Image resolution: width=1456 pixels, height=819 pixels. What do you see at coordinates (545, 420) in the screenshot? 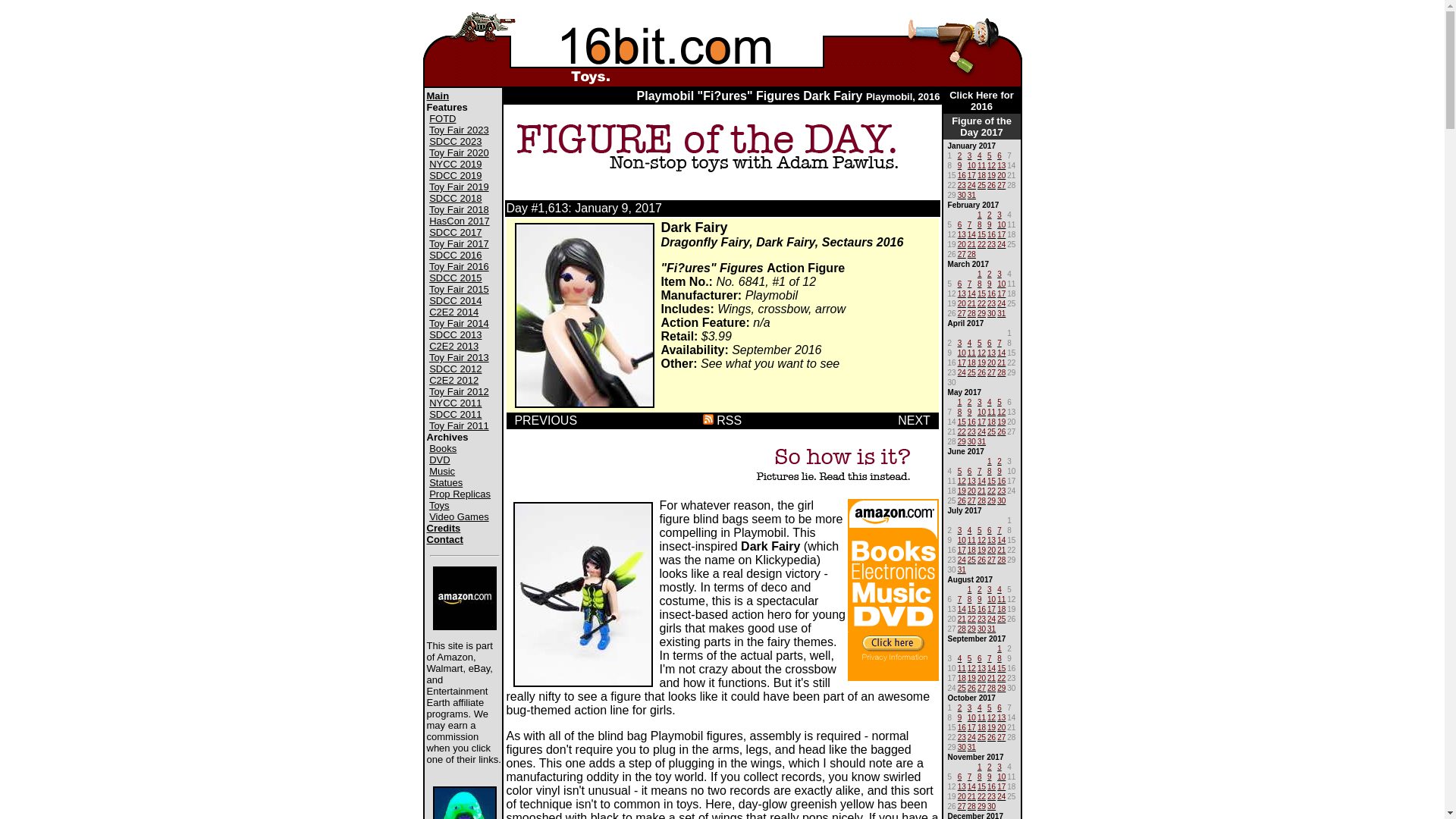
I see `'PREVIOUS'` at bounding box center [545, 420].